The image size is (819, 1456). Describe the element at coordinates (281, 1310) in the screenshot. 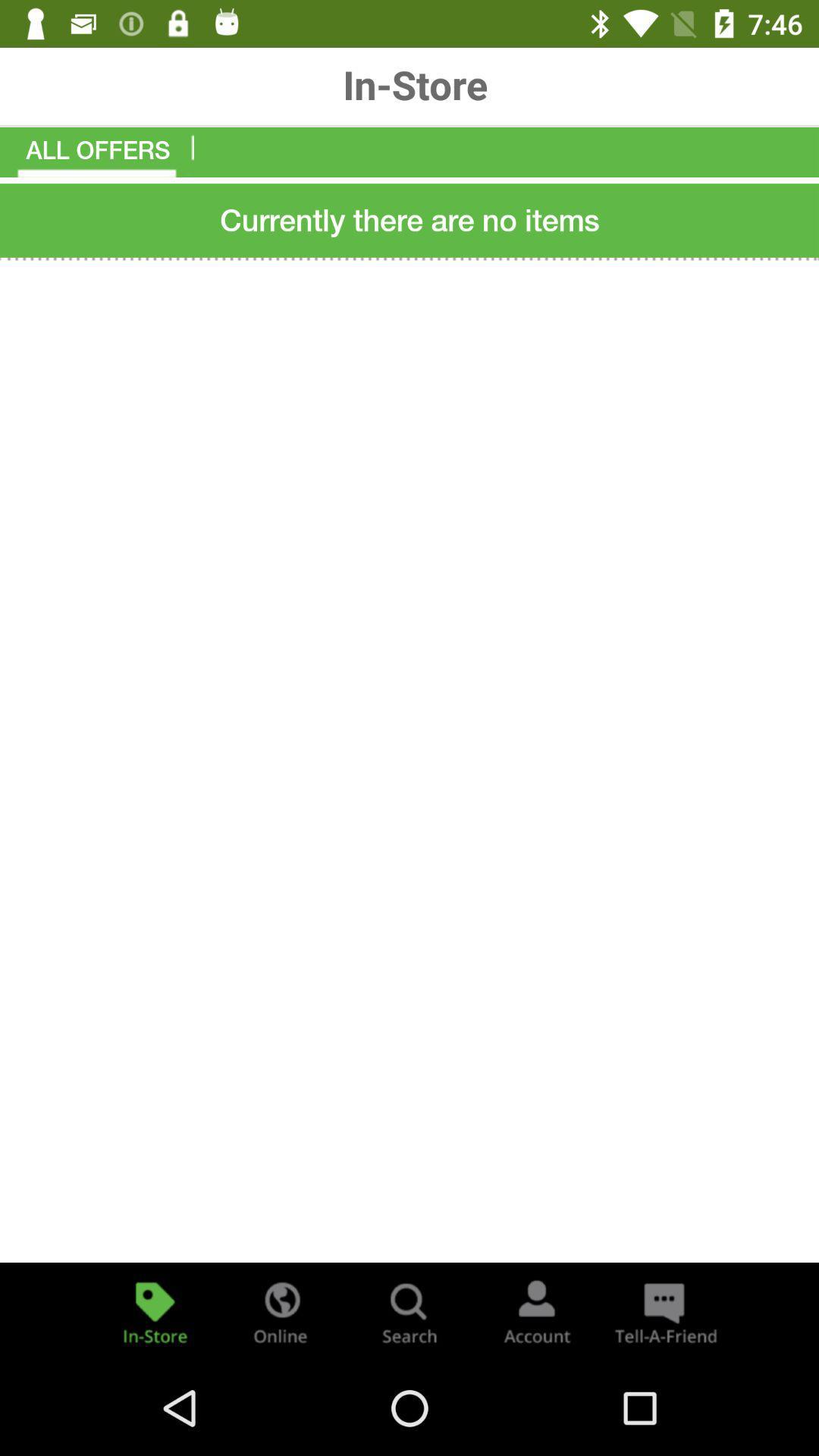

I see `show online discounts` at that location.